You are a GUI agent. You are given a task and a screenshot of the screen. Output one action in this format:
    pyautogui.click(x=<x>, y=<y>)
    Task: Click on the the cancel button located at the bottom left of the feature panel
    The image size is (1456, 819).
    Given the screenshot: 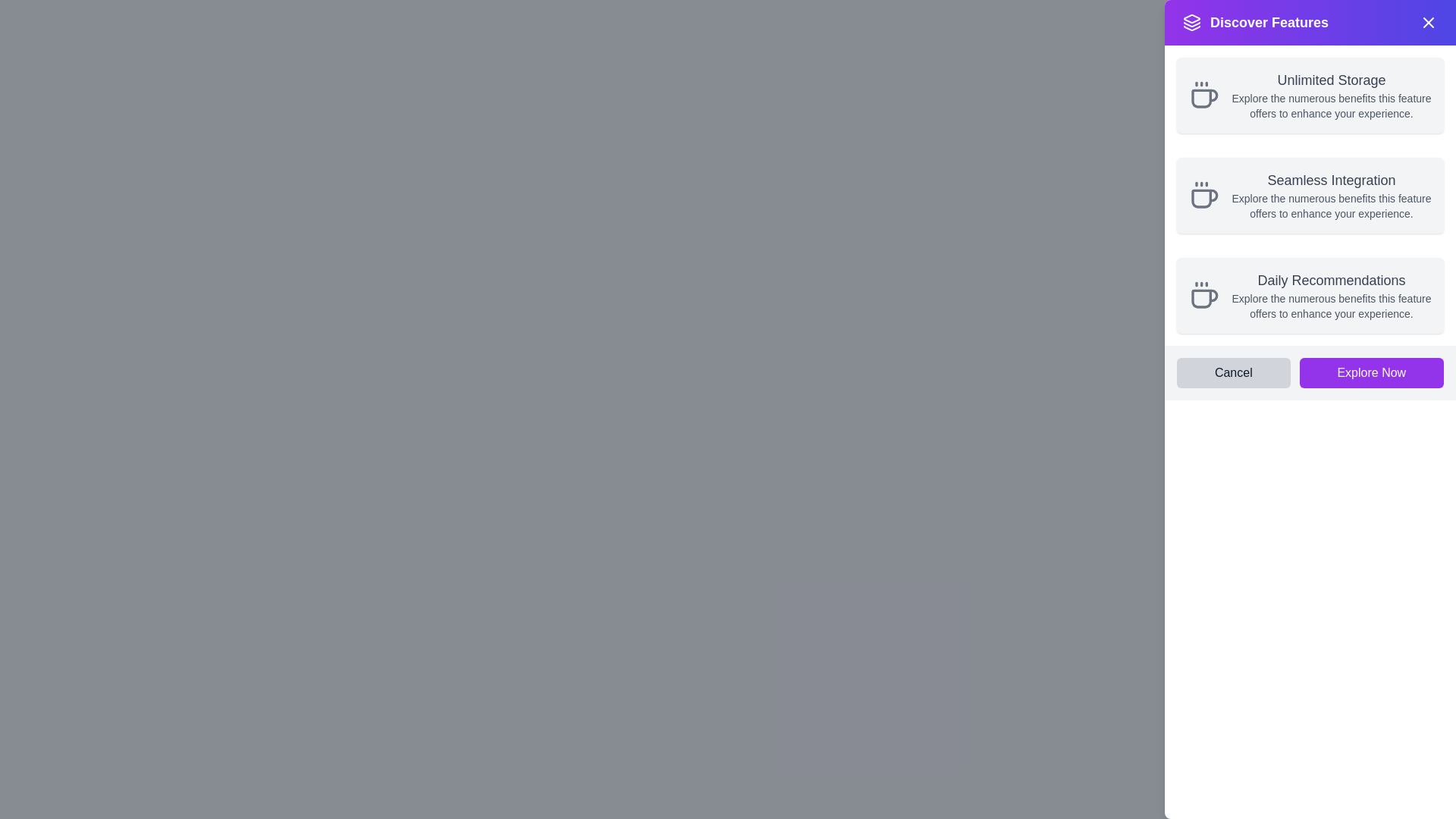 What is the action you would take?
    pyautogui.click(x=1233, y=373)
    